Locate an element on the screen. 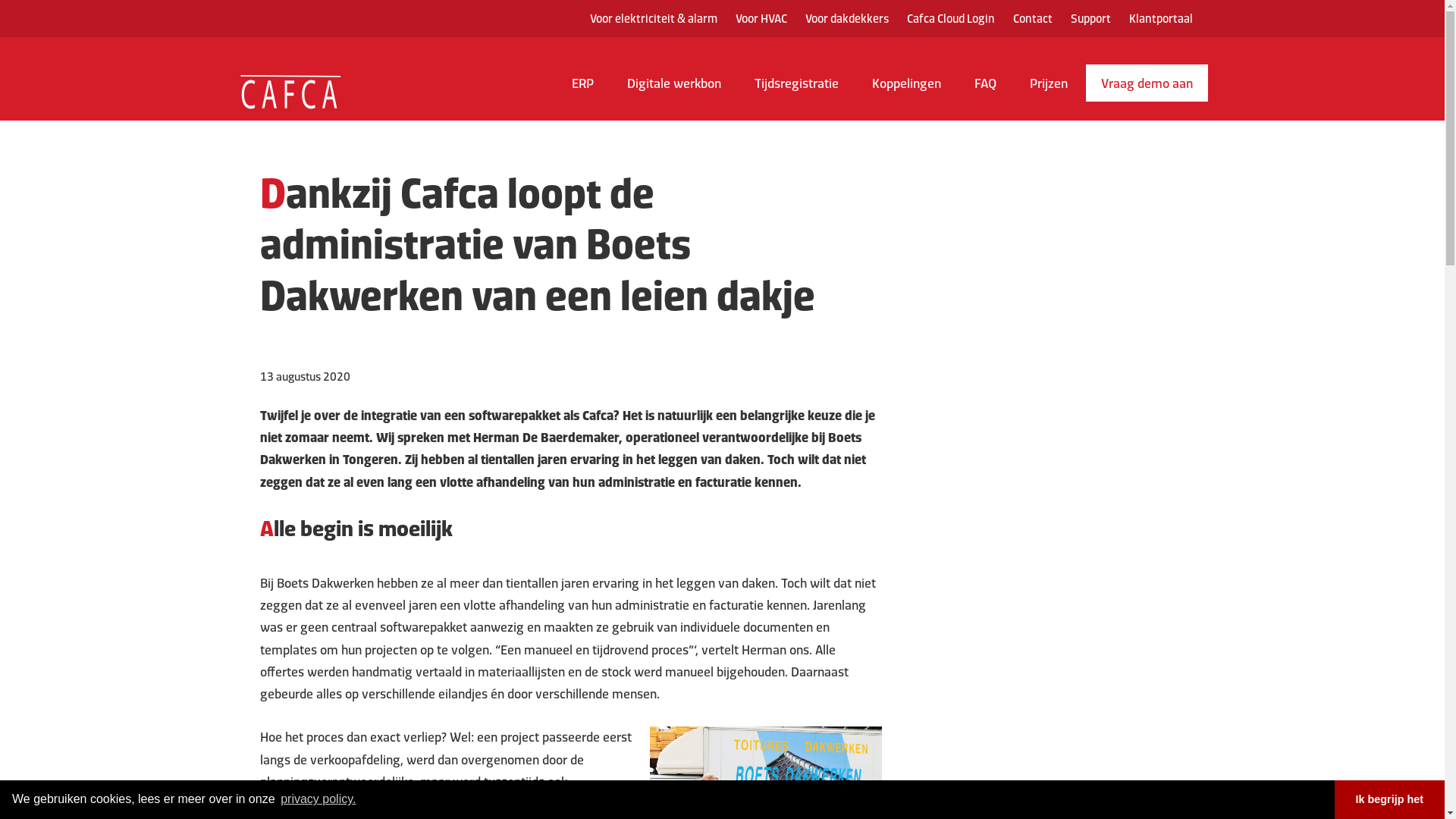 The height and width of the screenshot is (819, 1456). 'Klantportaal' is located at coordinates (1159, 18).